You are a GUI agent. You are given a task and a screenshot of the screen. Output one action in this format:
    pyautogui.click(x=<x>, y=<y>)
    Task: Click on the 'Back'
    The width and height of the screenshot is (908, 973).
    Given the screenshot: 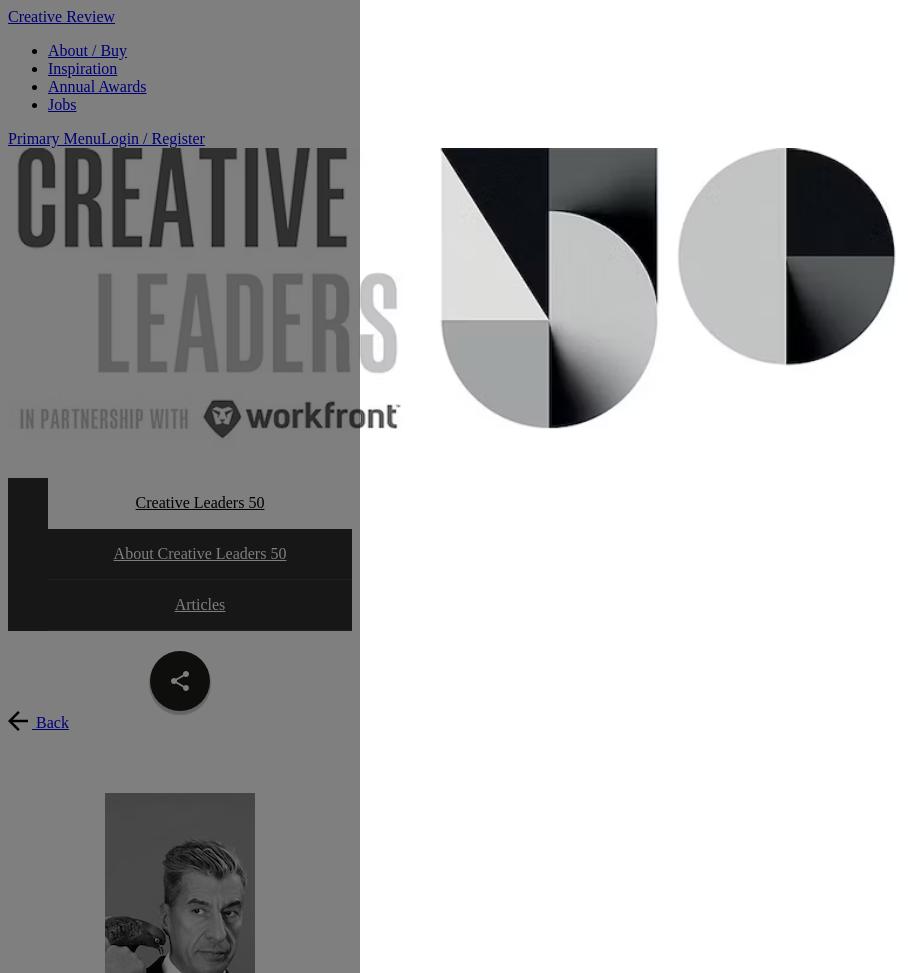 What is the action you would take?
    pyautogui.click(x=50, y=722)
    